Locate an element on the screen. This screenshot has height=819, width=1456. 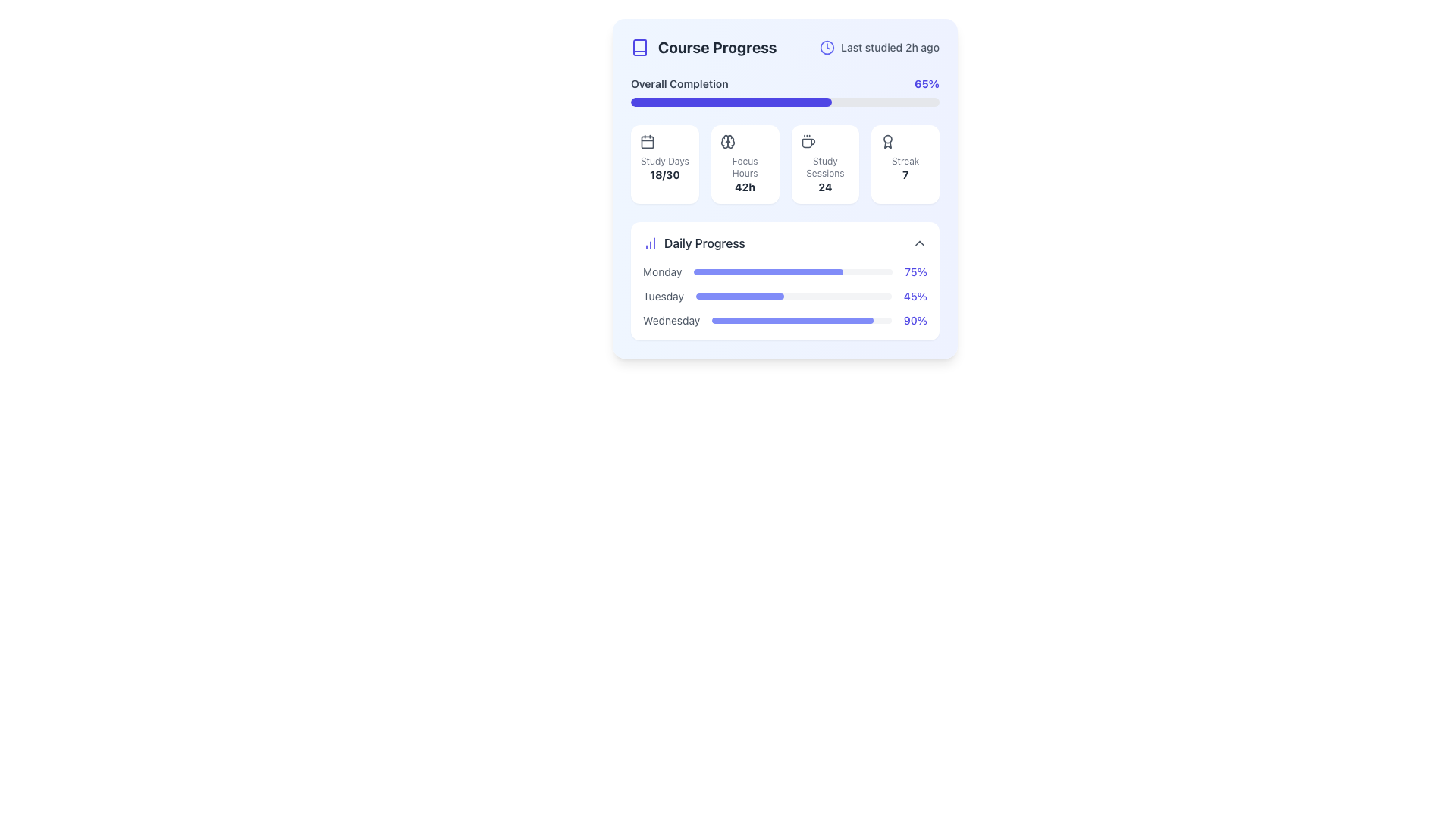
numerical value displayed in the text label representing the daily progress for 'Tuesday', which is located at the top-right of the progress bar is located at coordinates (915, 296).